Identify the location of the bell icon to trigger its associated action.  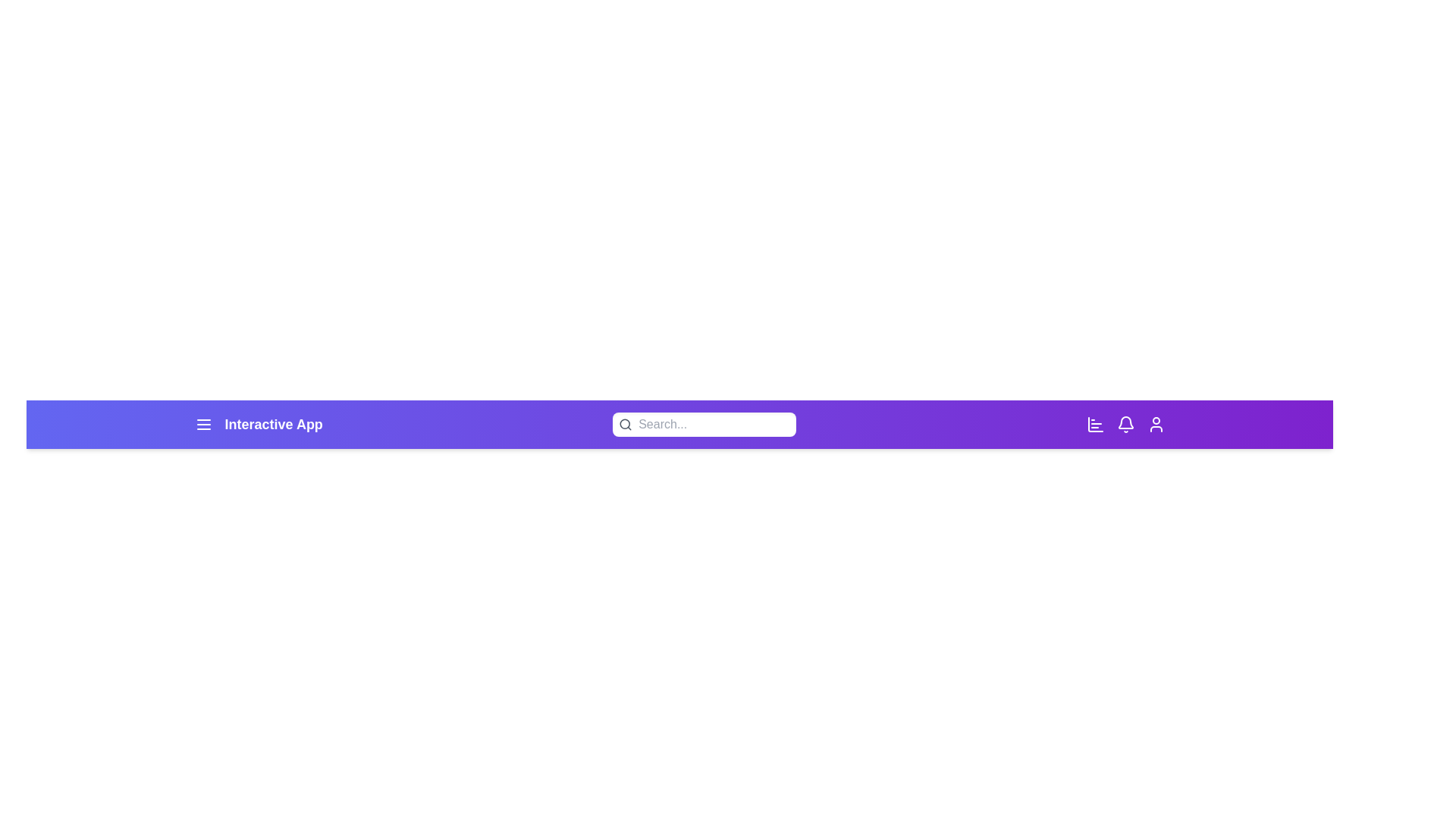
(1125, 424).